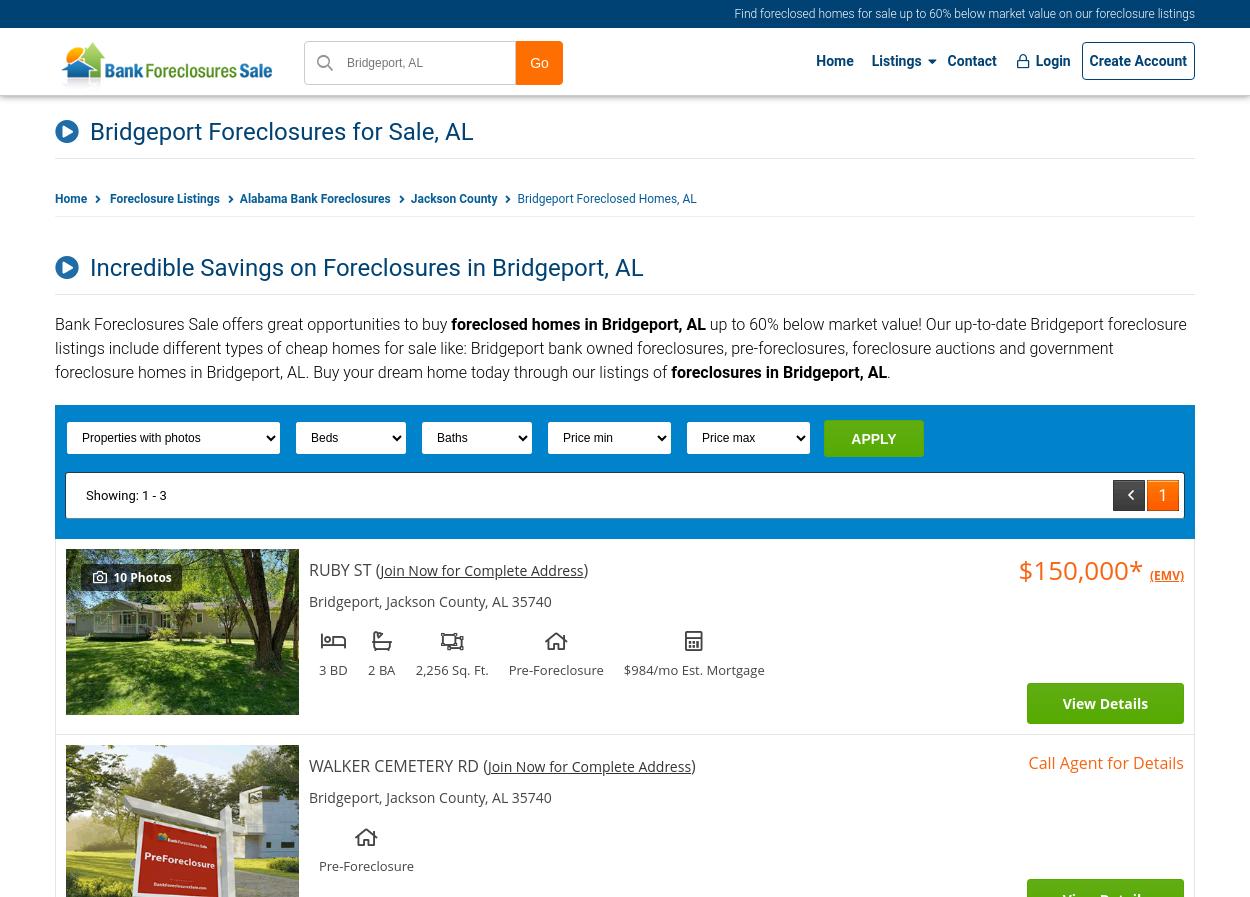 The width and height of the screenshot is (1250, 897). I want to click on '2 BA', so click(381, 669).